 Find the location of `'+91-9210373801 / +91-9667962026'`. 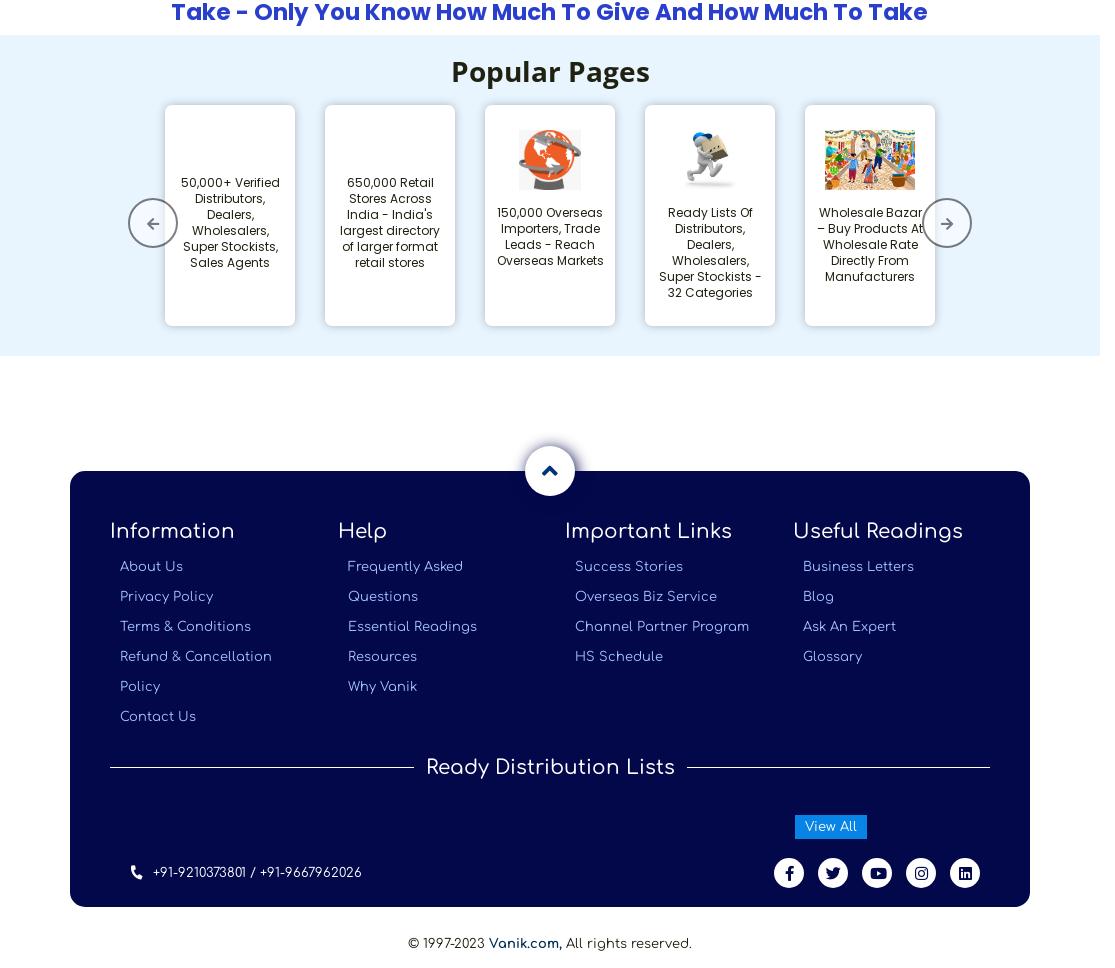

'+91-9210373801 / +91-9667962026' is located at coordinates (257, 870).